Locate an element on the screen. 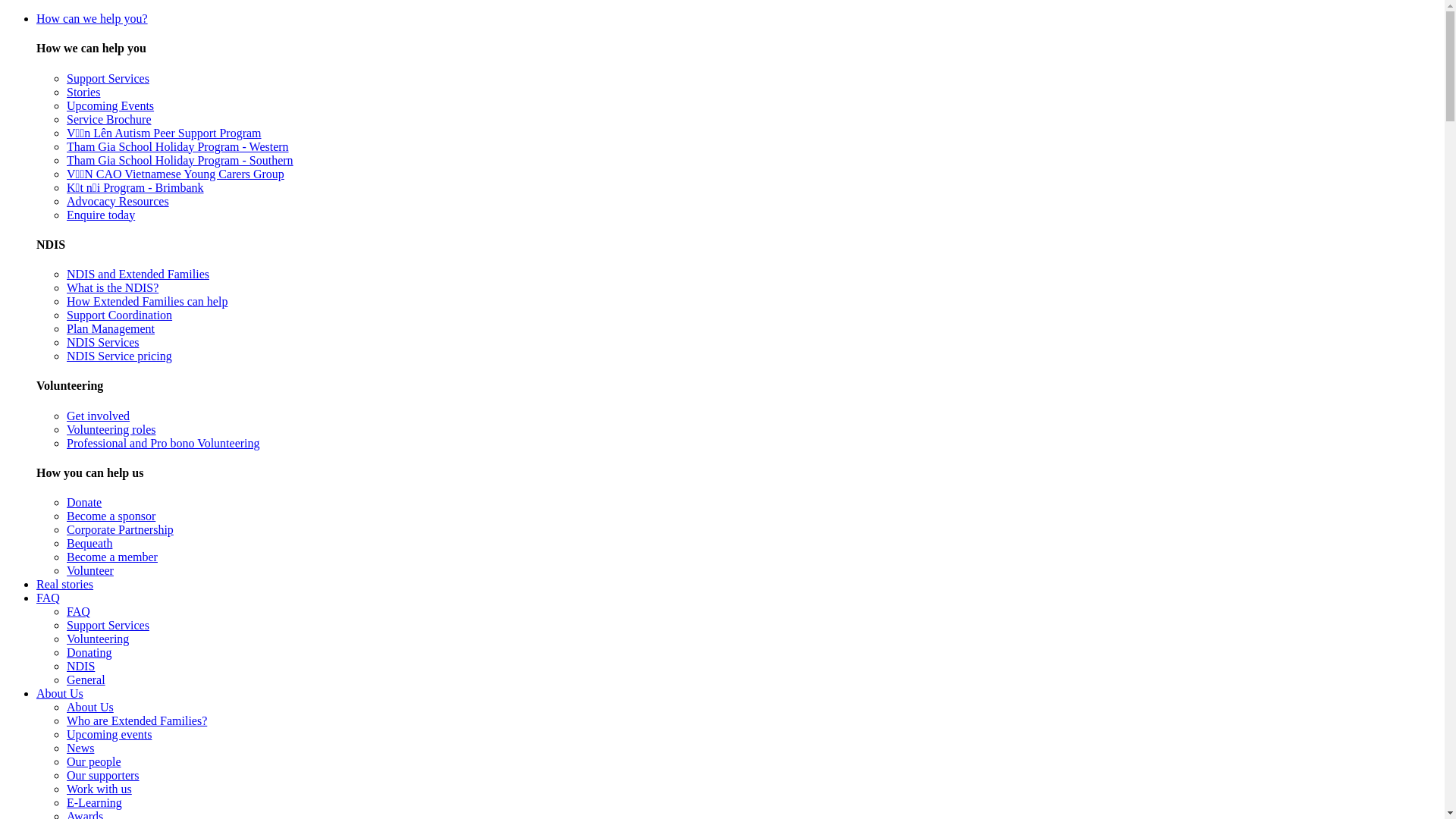  'Our supporters' is located at coordinates (102, 775).